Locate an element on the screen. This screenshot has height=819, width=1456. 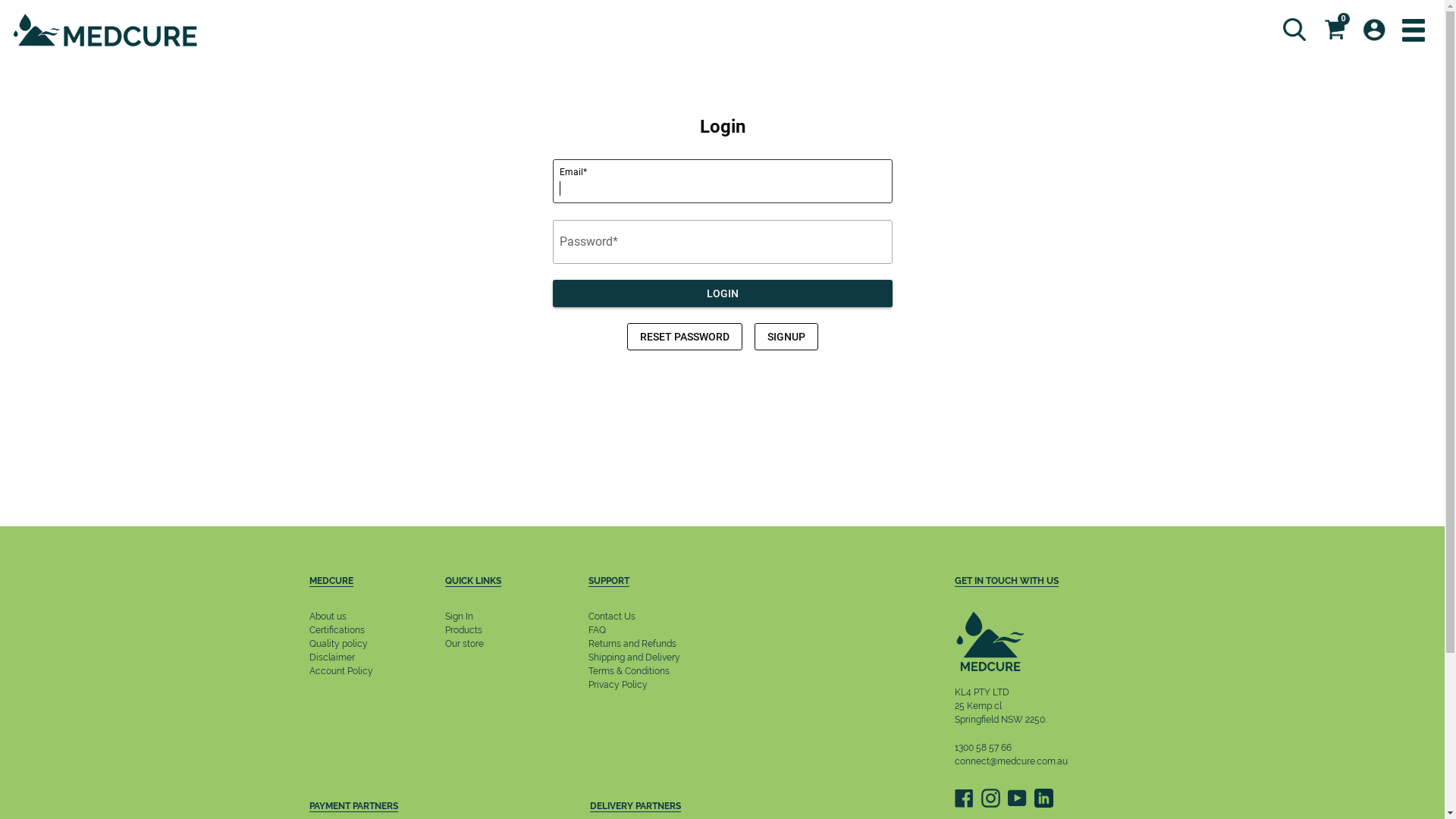
'Returns and Refunds' is located at coordinates (588, 643).